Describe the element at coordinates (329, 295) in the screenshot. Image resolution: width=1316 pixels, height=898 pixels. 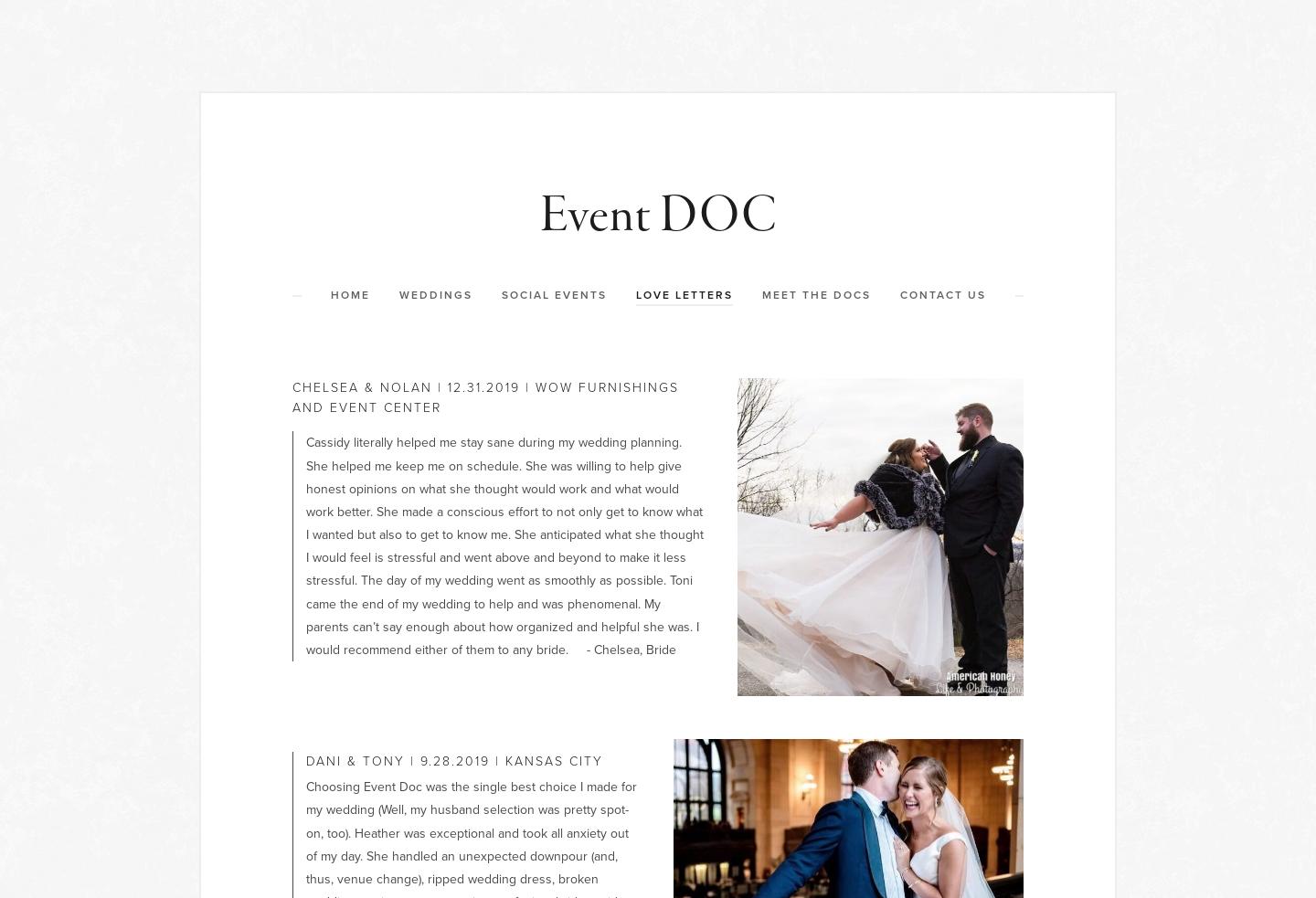
I see `'Home'` at that location.